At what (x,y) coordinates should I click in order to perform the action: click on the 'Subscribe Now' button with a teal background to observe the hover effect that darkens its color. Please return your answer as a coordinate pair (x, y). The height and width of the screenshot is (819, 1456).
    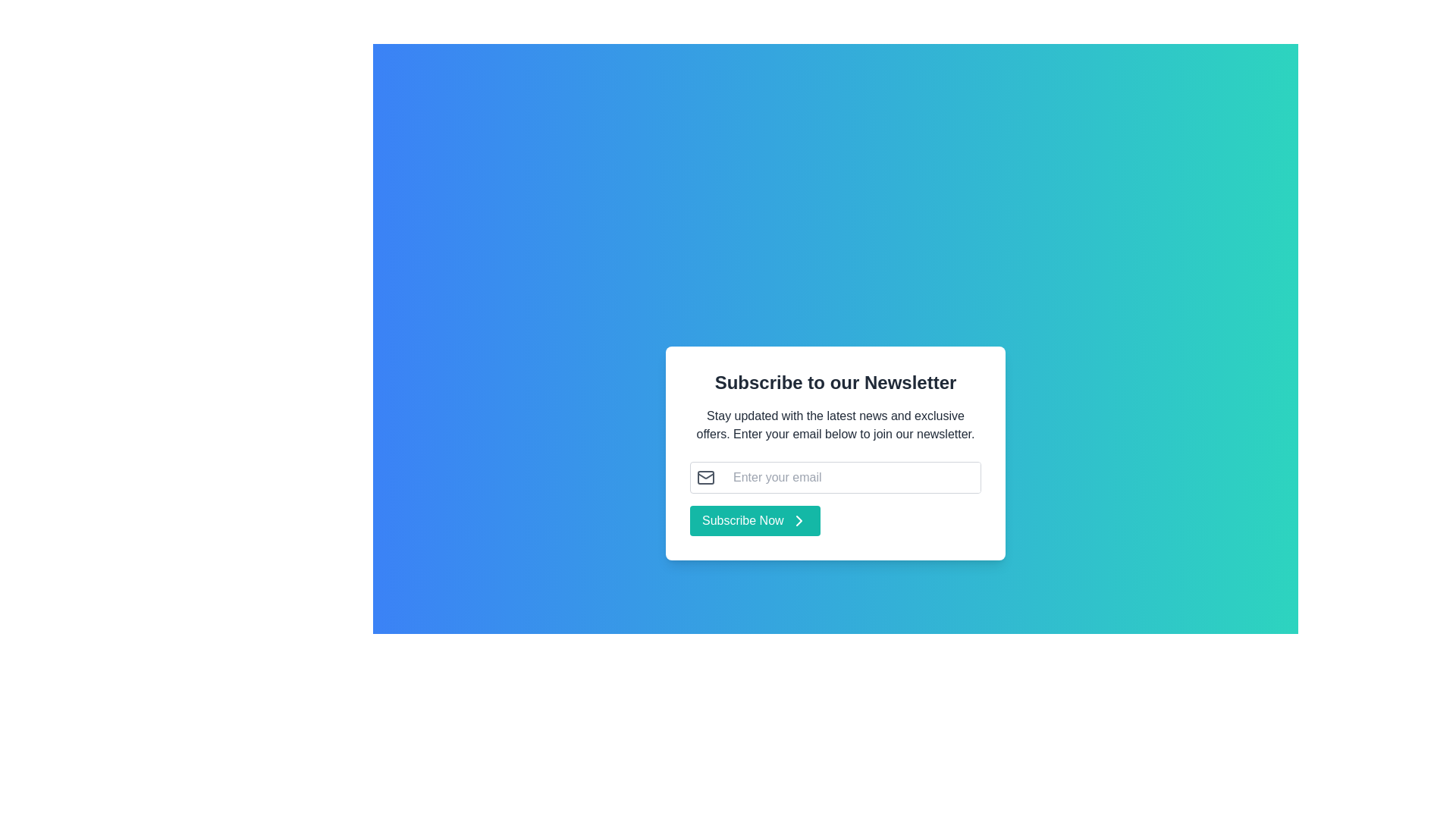
    Looking at the image, I should click on (755, 519).